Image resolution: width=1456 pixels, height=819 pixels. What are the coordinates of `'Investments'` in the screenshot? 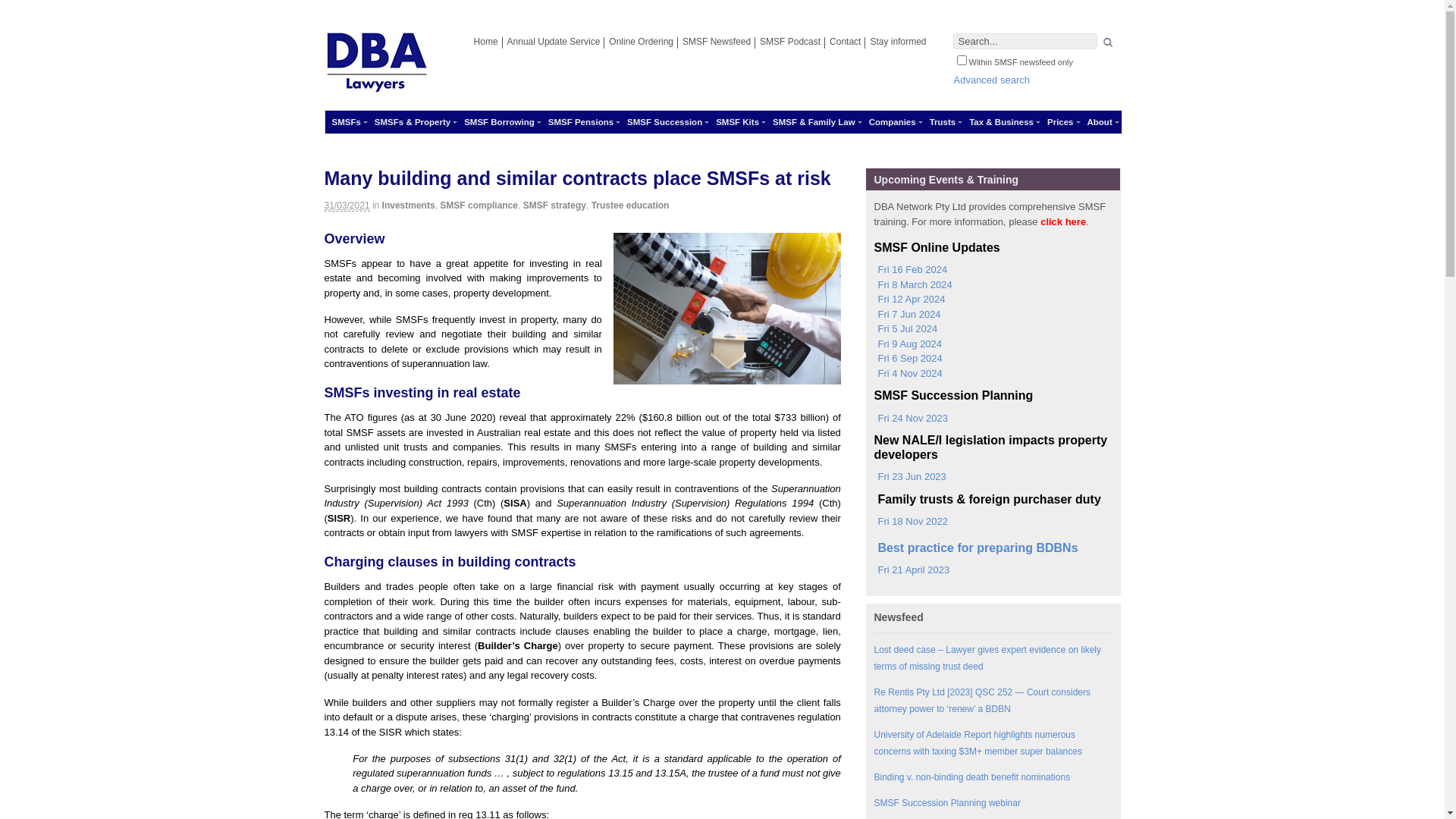 It's located at (408, 205).